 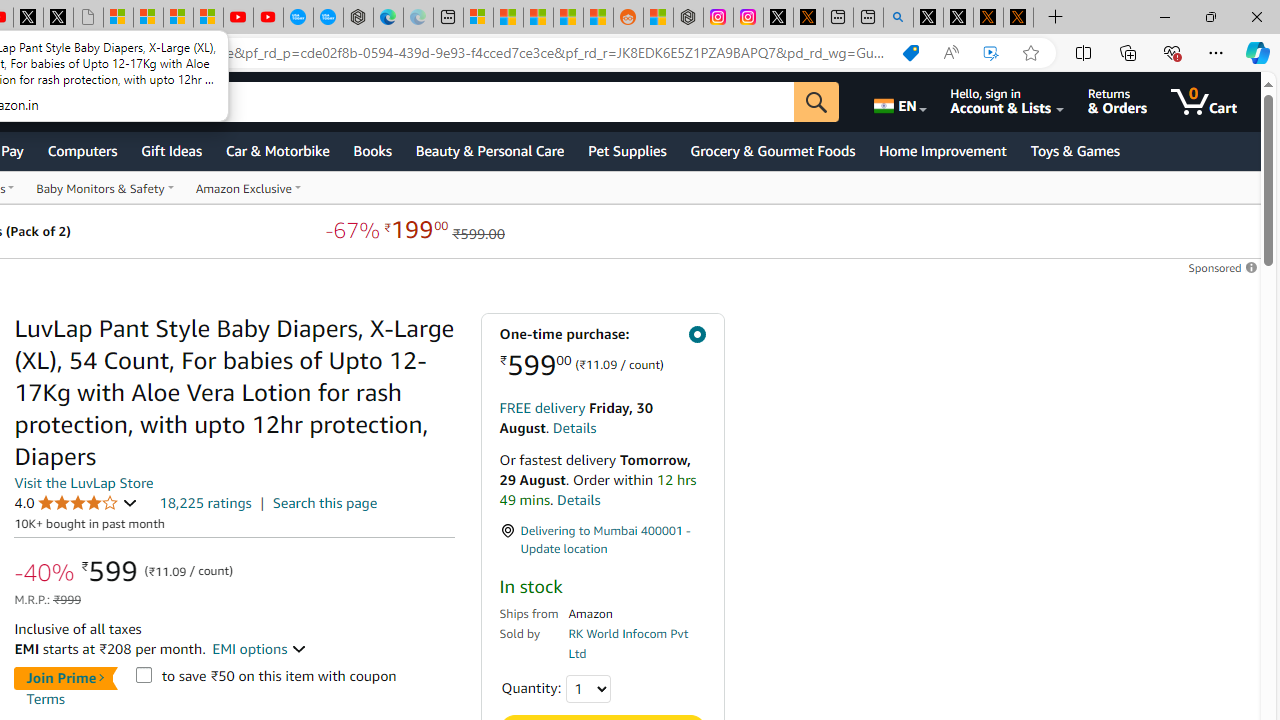 What do you see at coordinates (328, 17) in the screenshot?
I see `'The most popular Google '` at bounding box center [328, 17].